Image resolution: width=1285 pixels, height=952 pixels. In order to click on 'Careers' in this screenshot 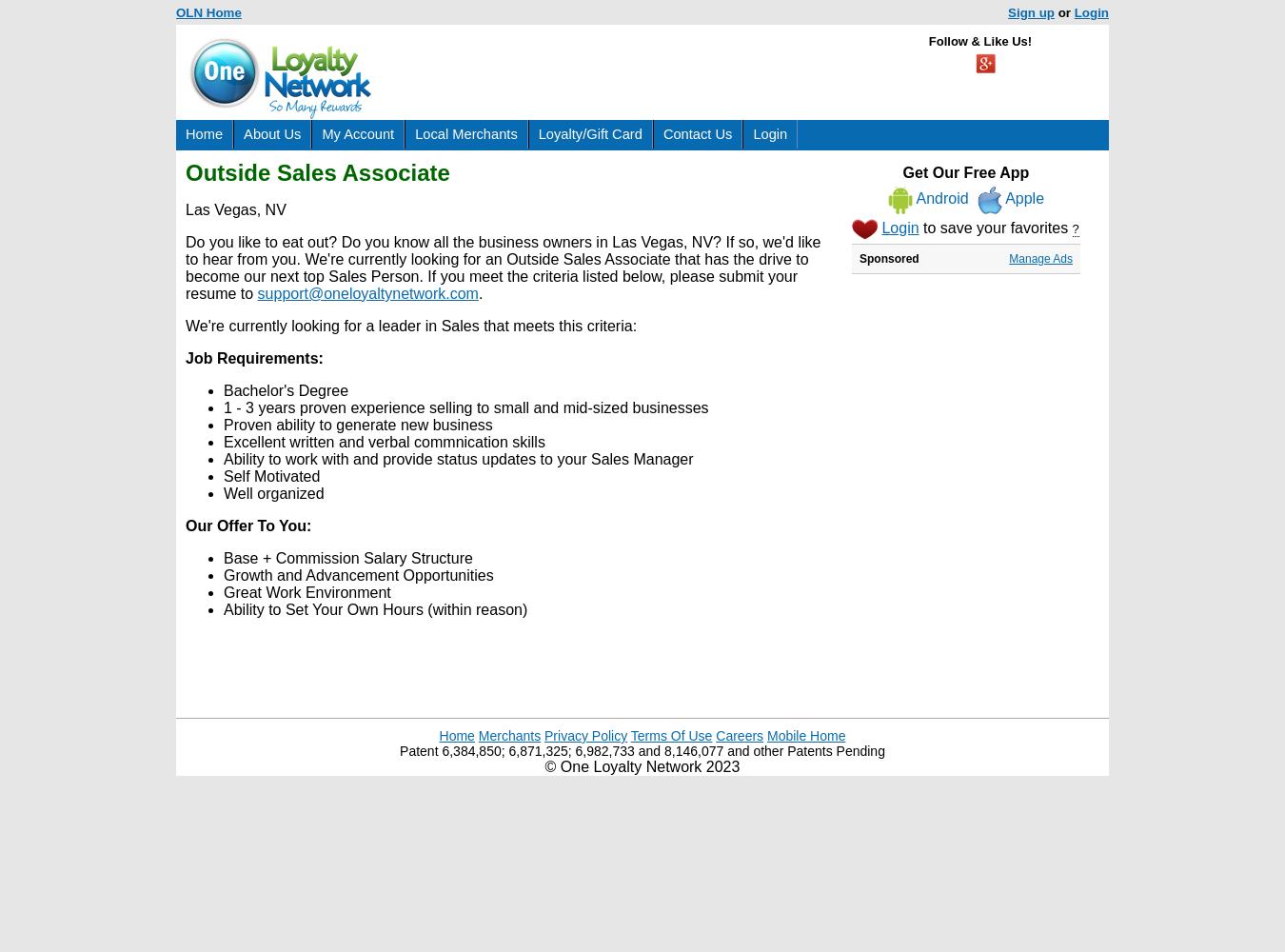, I will do `click(739, 736)`.